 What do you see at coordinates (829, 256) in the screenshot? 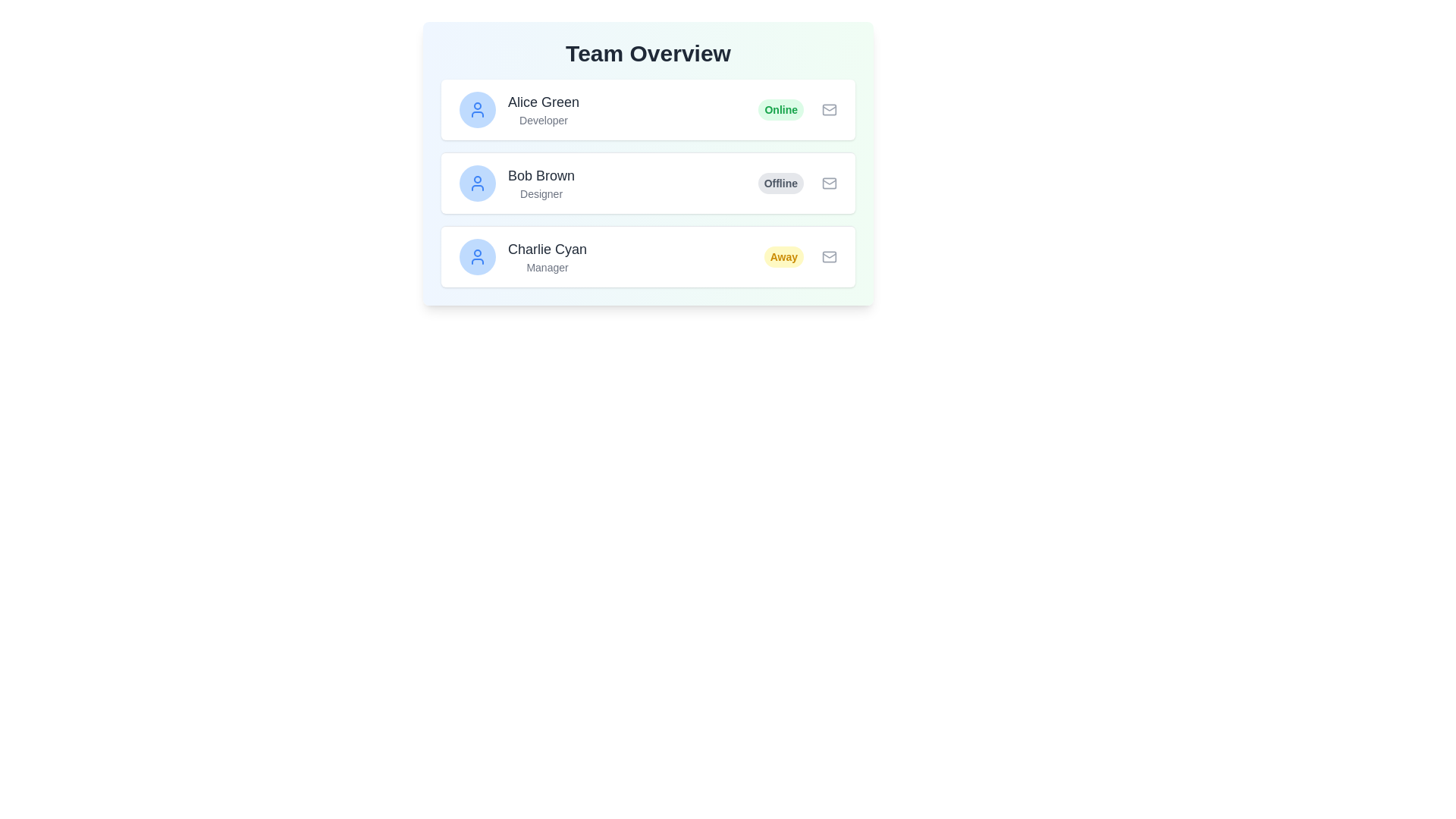
I see `the decorative graphic within the mail icon, which is a rectangular graphic with rounded corners located adjacent to the 'Away' status label for 'Charlie Cyan' in the Team Overview section` at bounding box center [829, 256].